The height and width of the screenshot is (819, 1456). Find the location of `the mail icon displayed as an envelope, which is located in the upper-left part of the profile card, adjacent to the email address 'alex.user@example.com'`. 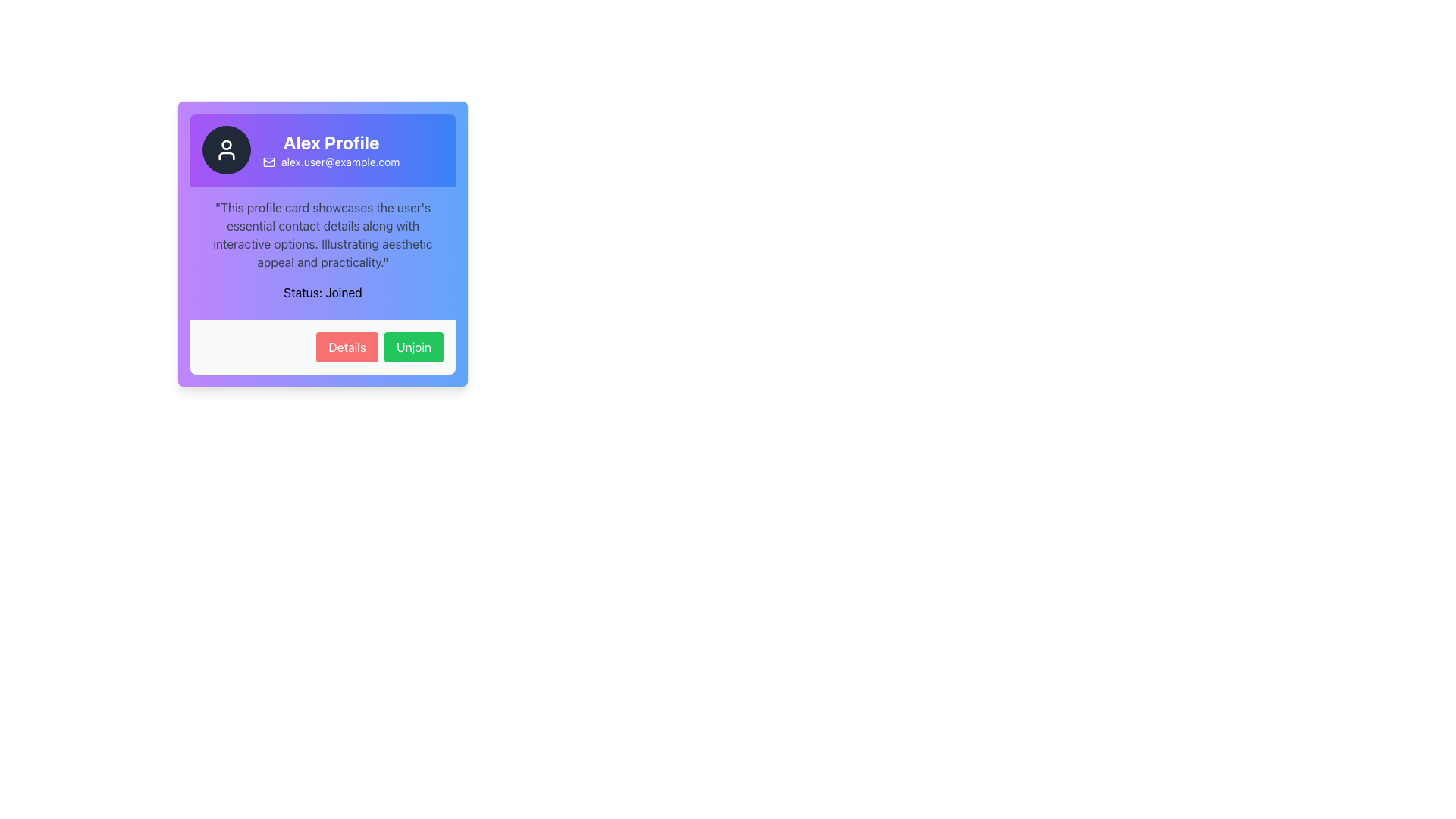

the mail icon displayed as an envelope, which is located in the upper-left part of the profile card, adjacent to the email address 'alex.user@example.com' is located at coordinates (269, 162).